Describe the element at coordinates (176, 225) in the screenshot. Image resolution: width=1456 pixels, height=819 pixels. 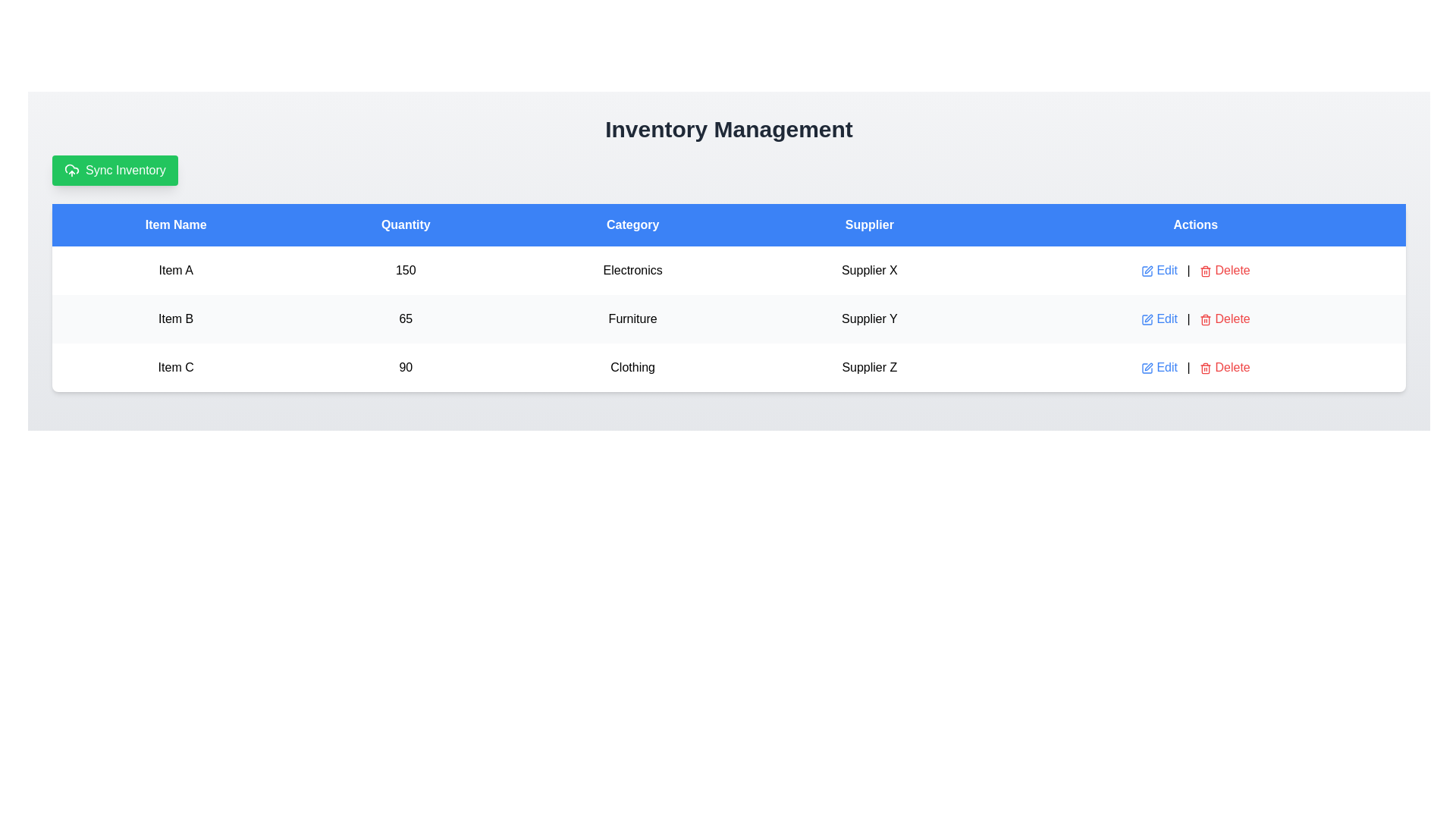
I see `the text label/header 'Item Name' located in the first column of the table, which has a blue background and white text` at that location.